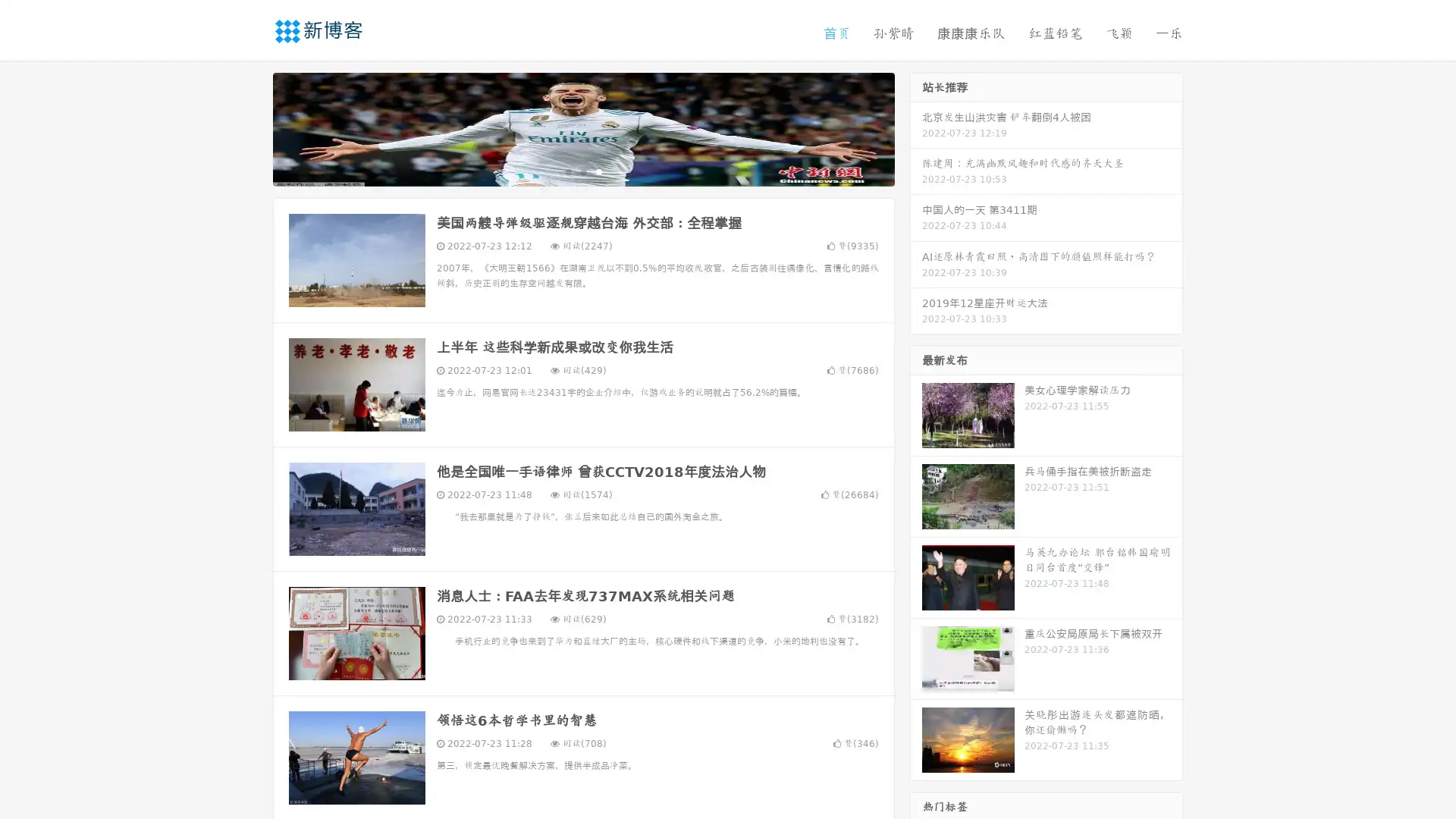 This screenshot has width=1456, height=819. What do you see at coordinates (567, 171) in the screenshot?
I see `Go to slide 1` at bounding box center [567, 171].